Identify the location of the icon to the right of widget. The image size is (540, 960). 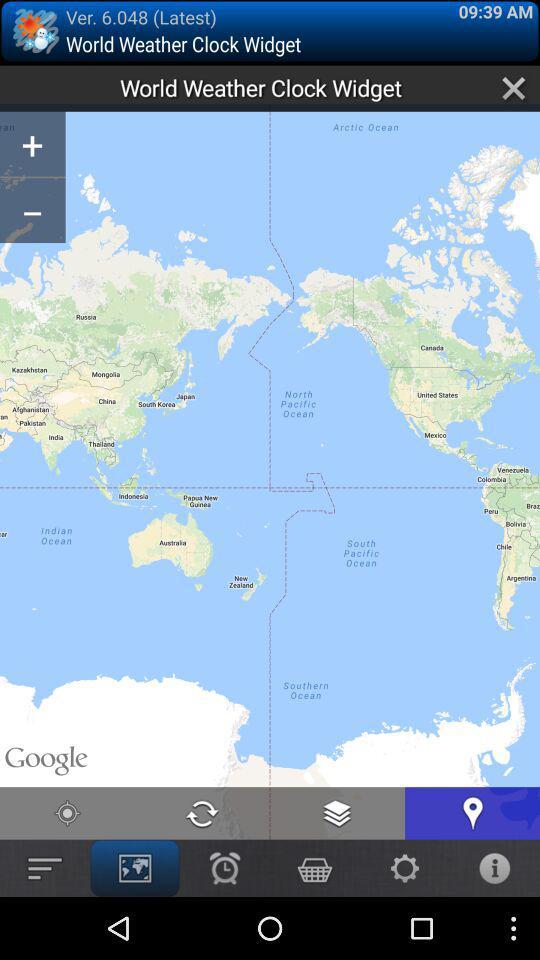
(514, 88).